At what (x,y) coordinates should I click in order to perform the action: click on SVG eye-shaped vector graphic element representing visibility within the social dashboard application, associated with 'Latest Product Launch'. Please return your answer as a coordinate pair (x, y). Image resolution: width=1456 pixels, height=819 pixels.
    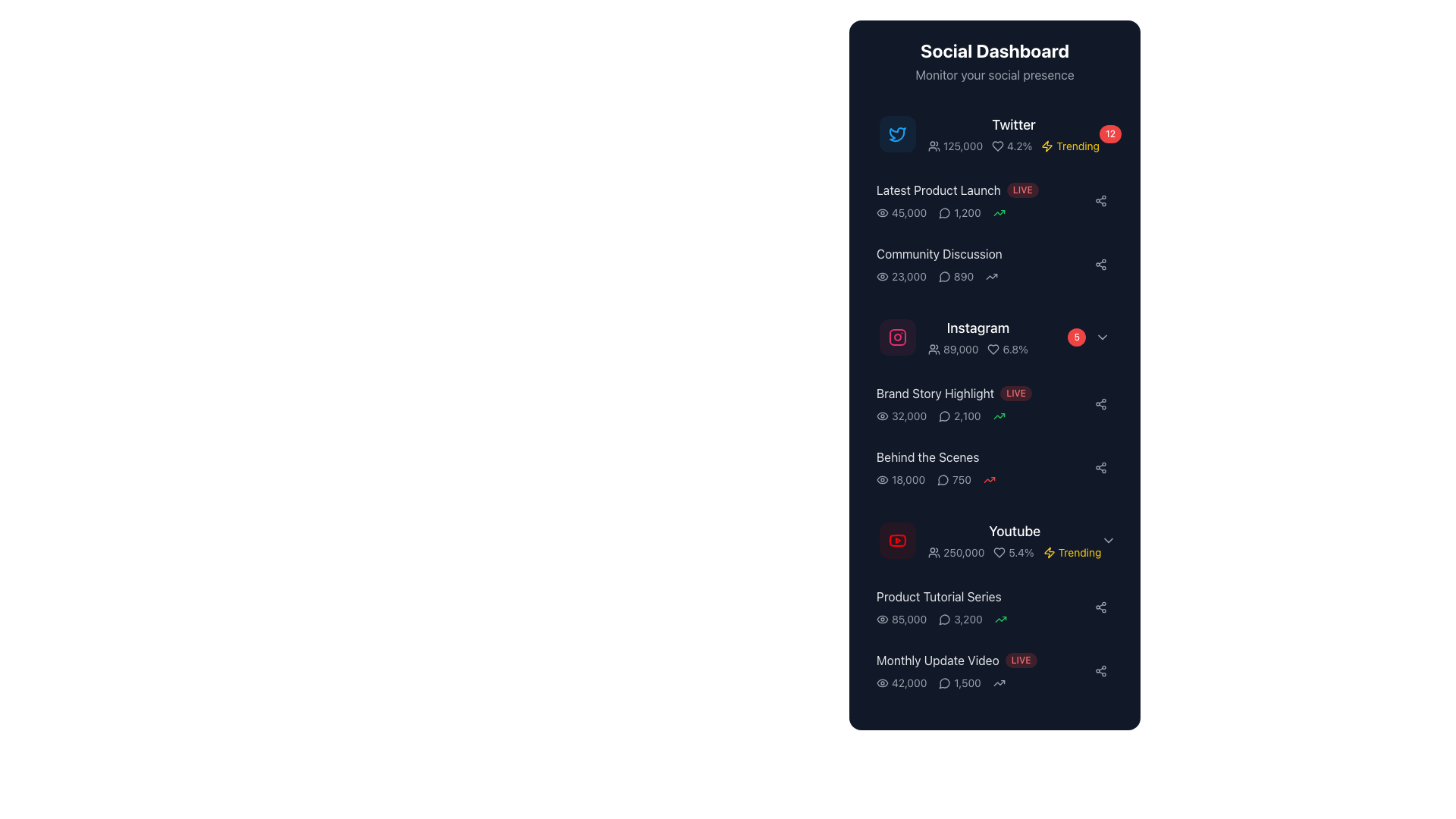
    Looking at the image, I should click on (882, 416).